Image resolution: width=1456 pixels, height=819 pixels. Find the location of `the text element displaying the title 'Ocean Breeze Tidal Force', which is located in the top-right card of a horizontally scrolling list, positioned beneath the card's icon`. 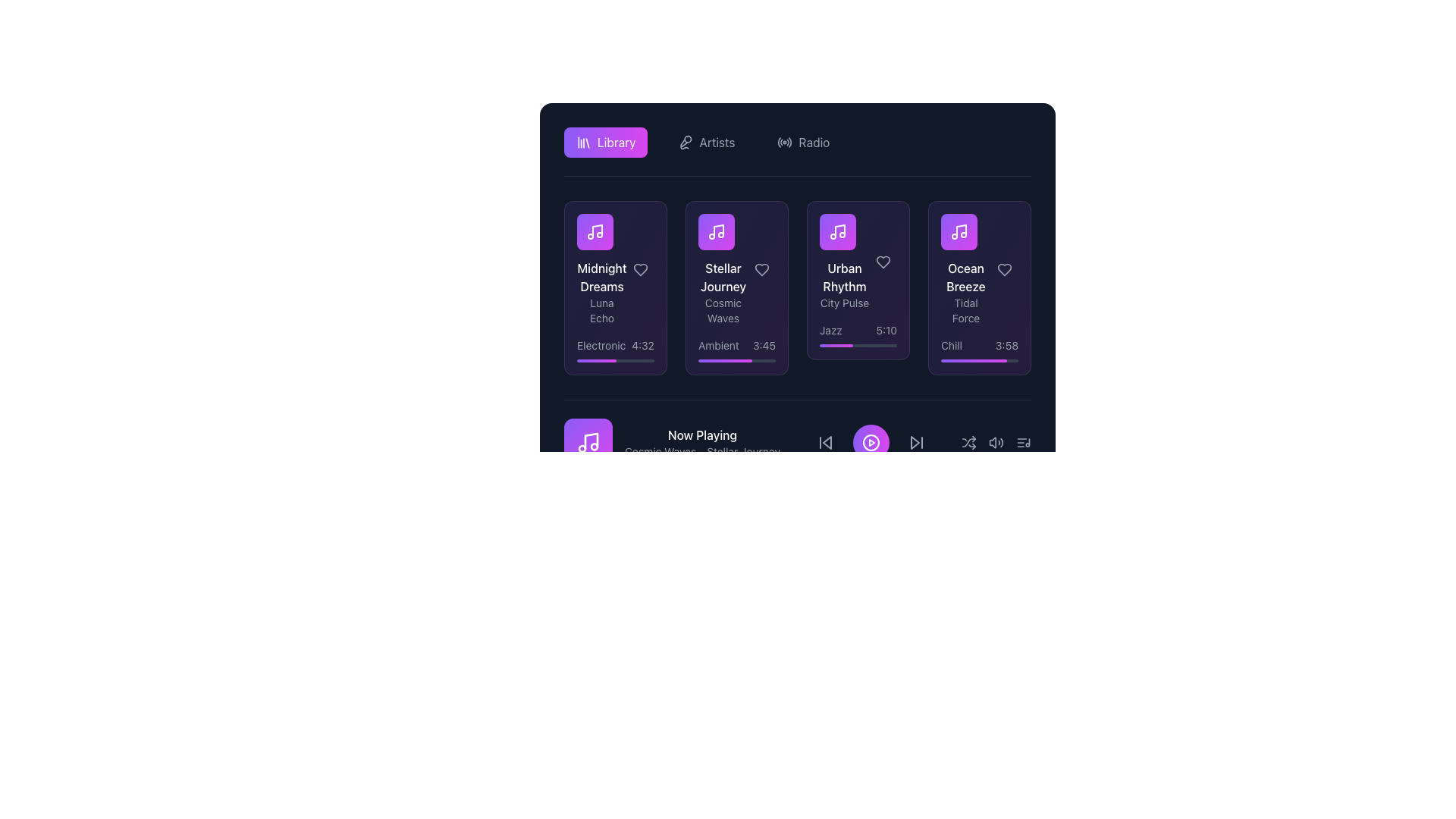

the text element displaying the title 'Ocean Breeze Tidal Force', which is located in the top-right card of a horizontally scrolling list, positioned beneath the card's icon is located at coordinates (979, 268).